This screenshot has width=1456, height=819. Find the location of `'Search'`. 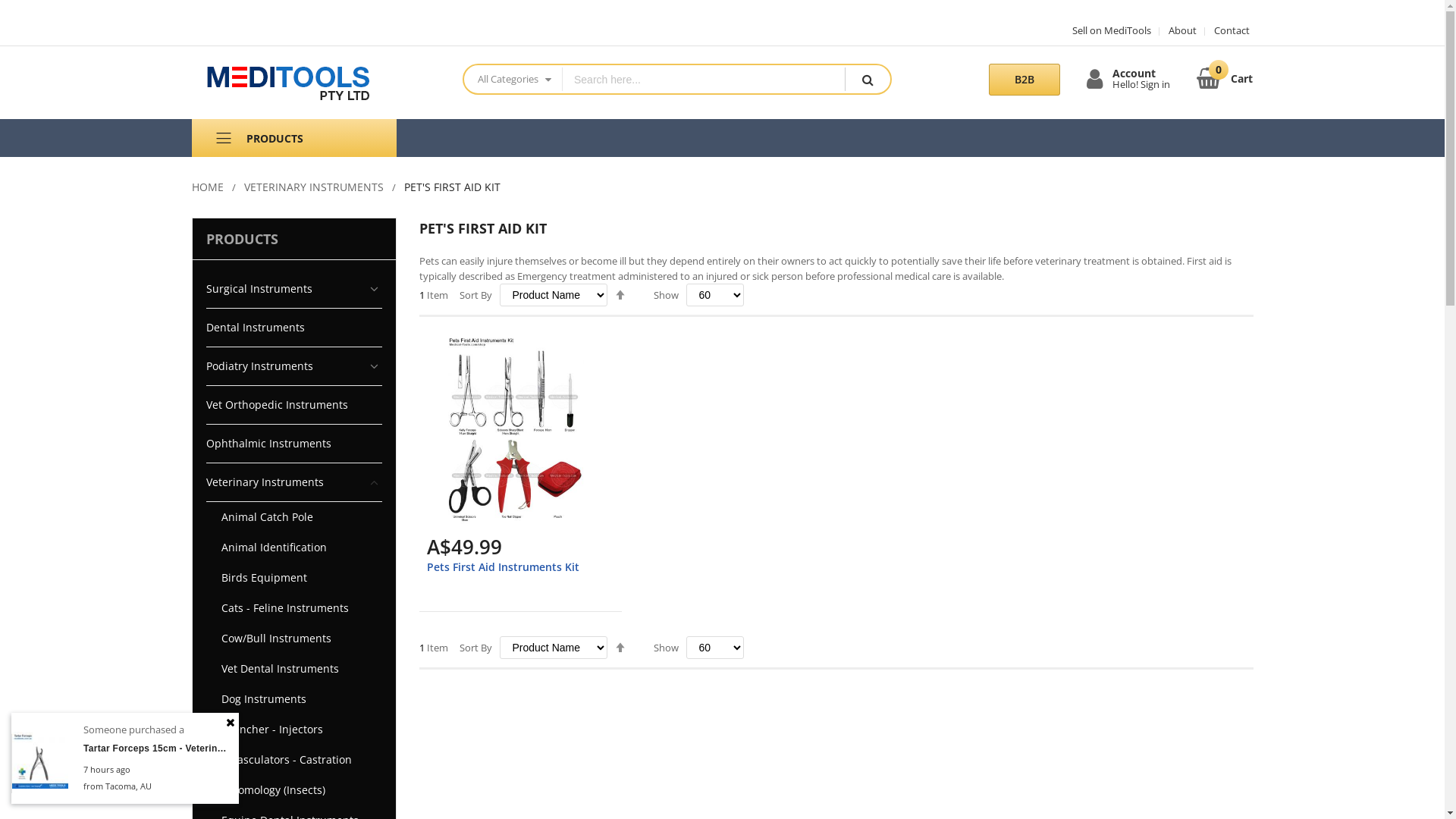

'Search' is located at coordinates (867, 79).